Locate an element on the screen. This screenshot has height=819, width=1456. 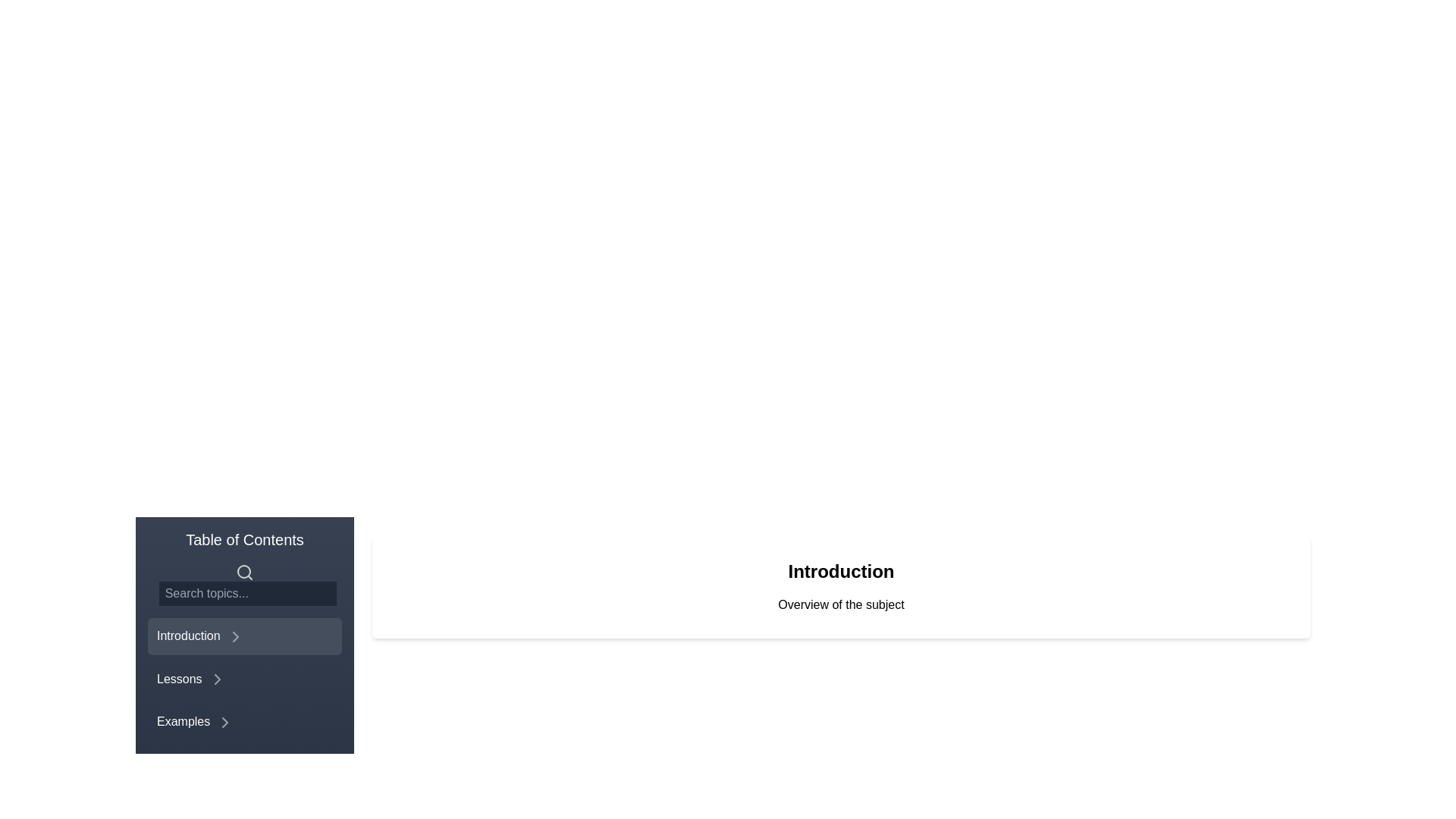
the third menu item button in the 'Table of Contents' sidebar is located at coordinates (244, 704).